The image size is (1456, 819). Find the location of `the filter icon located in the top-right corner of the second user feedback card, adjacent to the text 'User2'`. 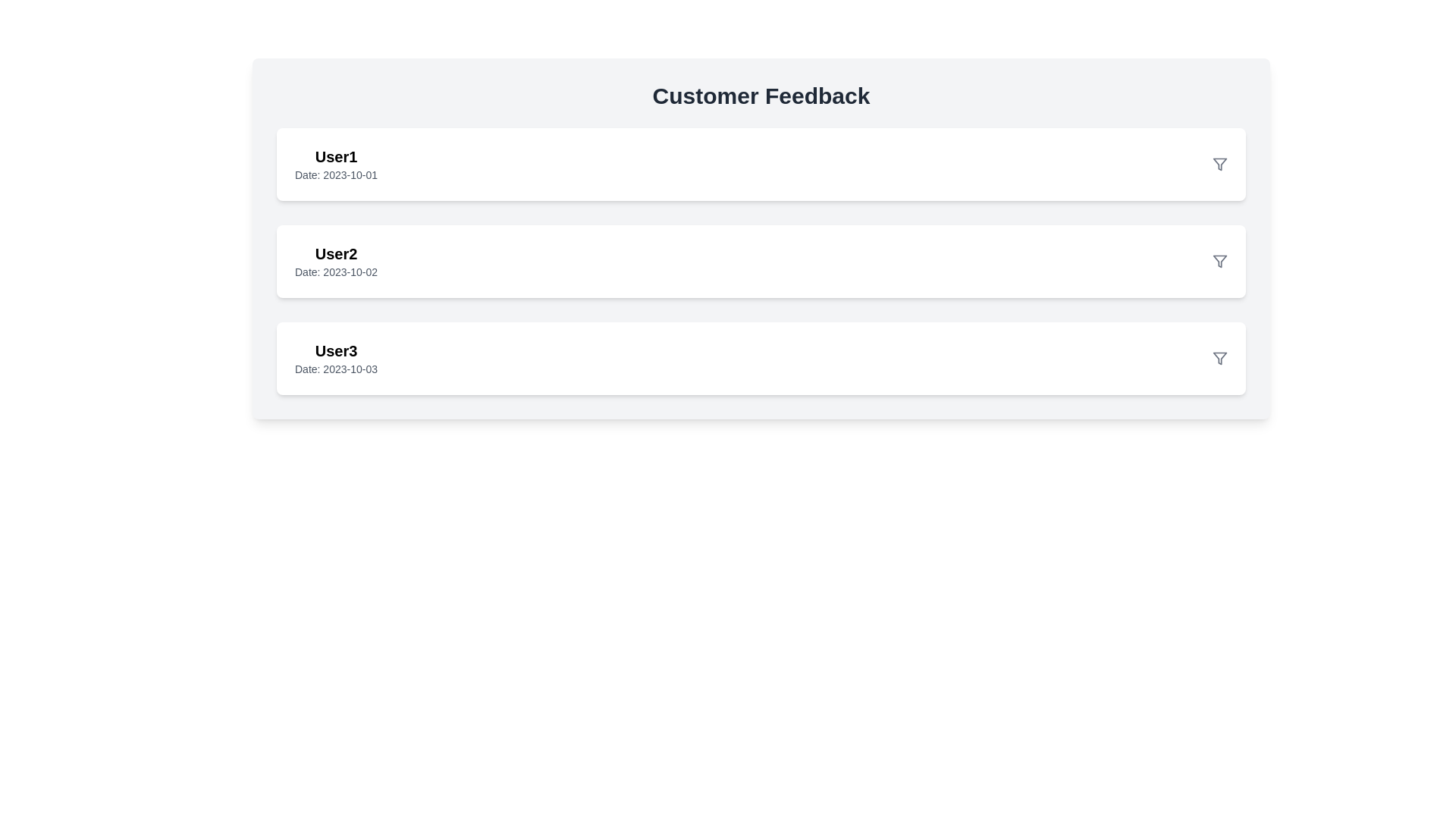

the filter icon located in the top-right corner of the second user feedback card, adjacent to the text 'User2' is located at coordinates (1219, 164).